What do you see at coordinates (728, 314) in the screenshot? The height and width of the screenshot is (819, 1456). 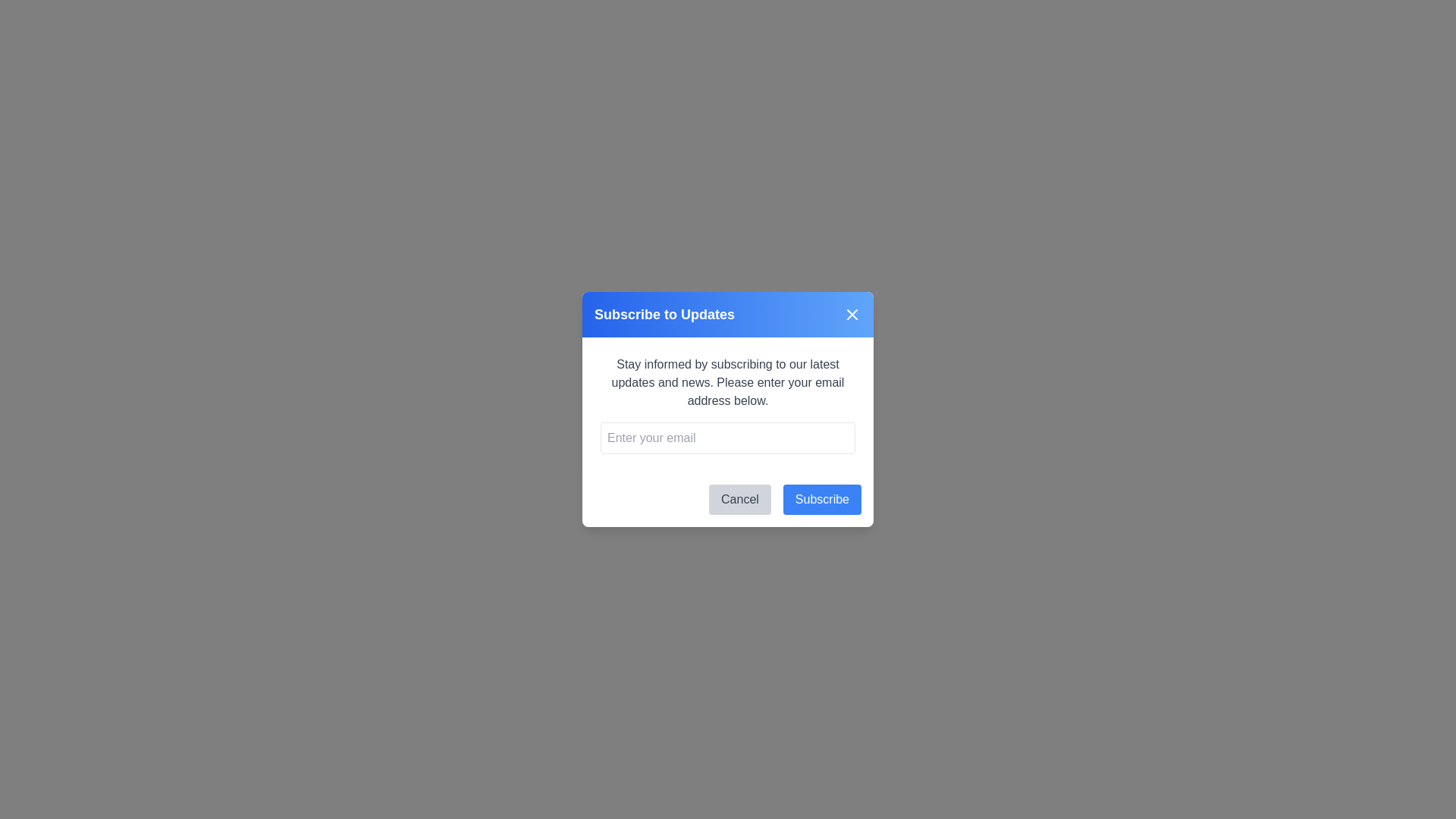 I see `the dialog header to interact with it` at bounding box center [728, 314].